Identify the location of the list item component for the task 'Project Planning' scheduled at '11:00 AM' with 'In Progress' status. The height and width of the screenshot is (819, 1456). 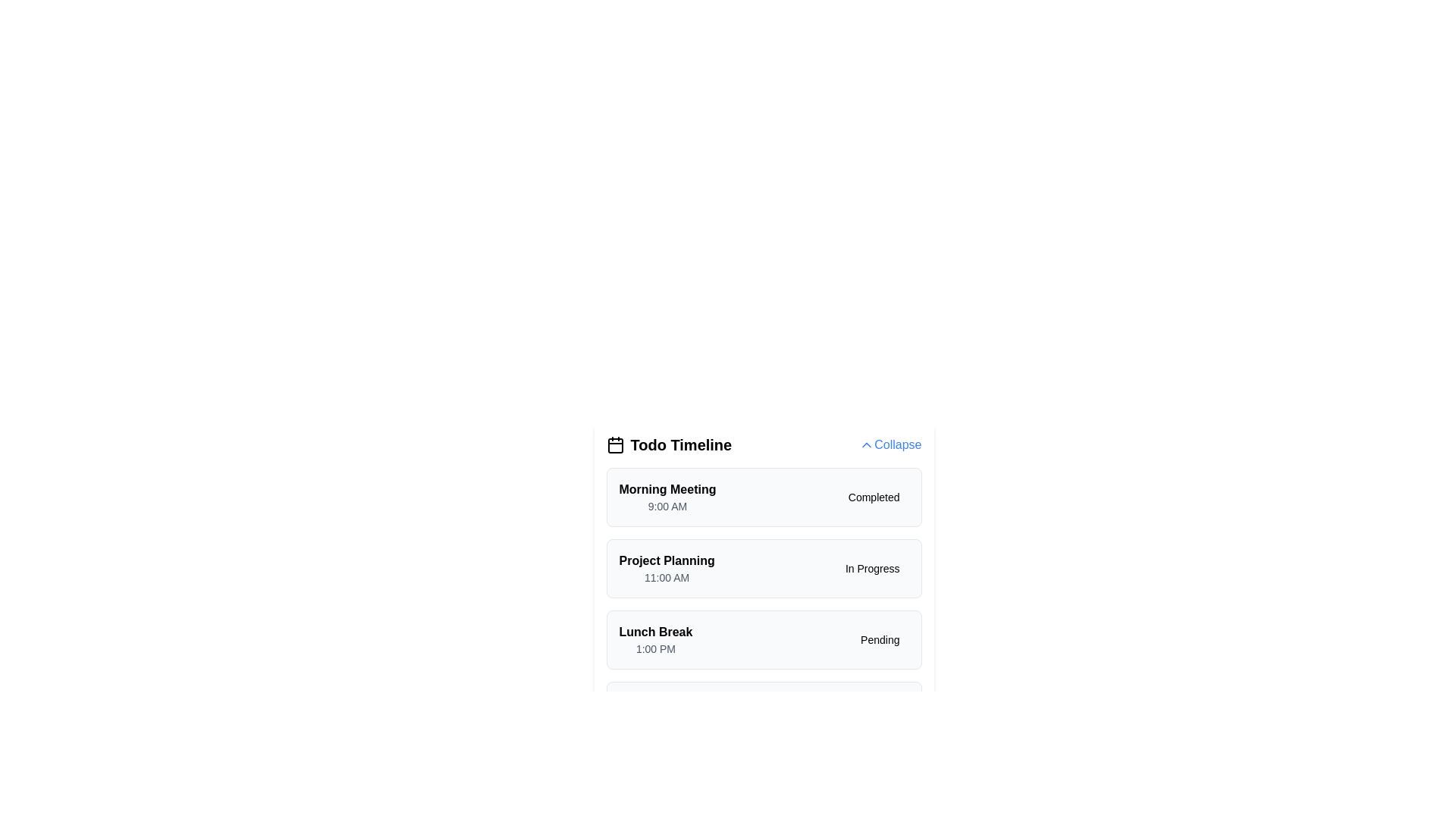
(764, 604).